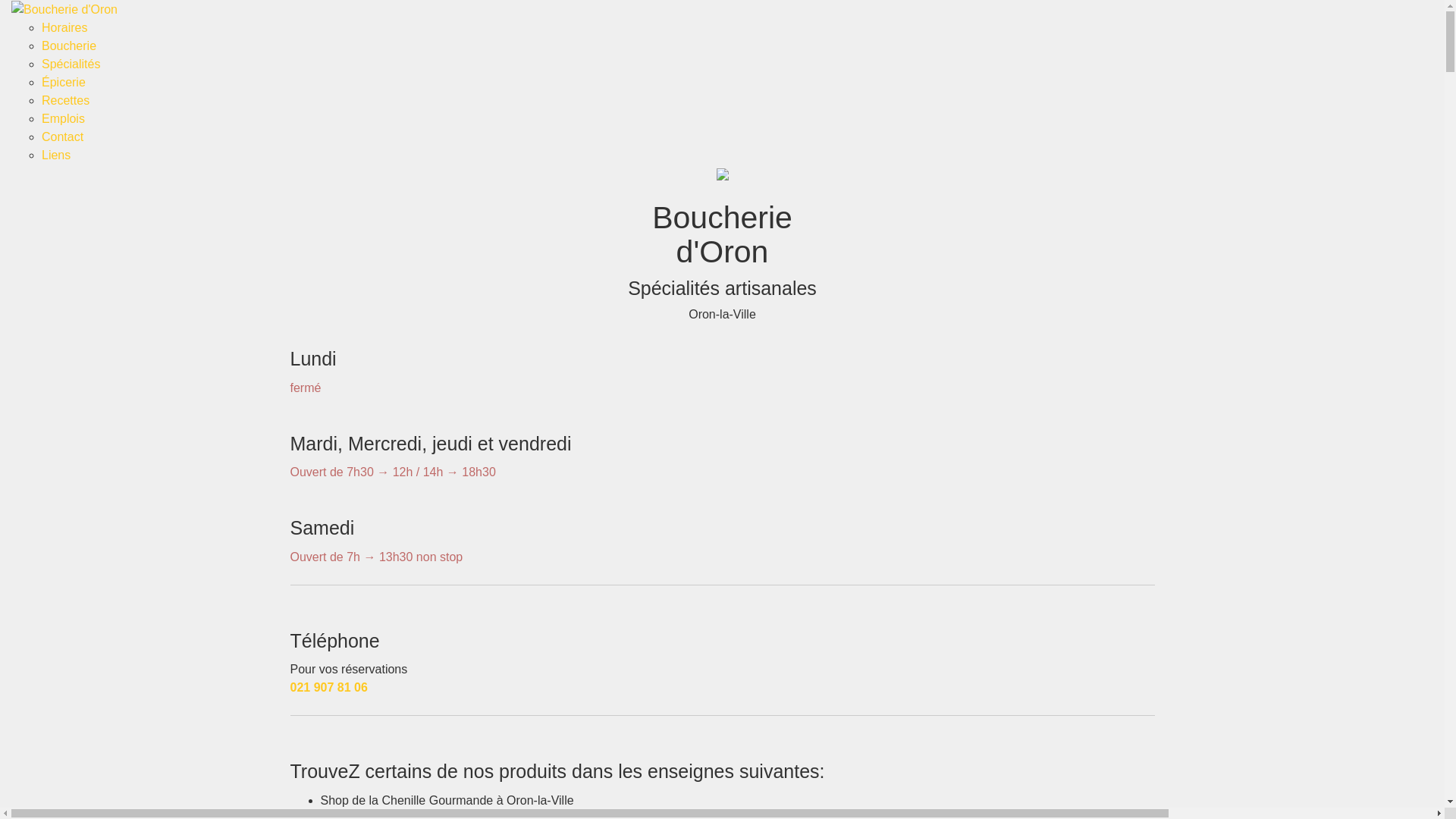 The image size is (1456, 819). I want to click on 'Liens', so click(55, 155).